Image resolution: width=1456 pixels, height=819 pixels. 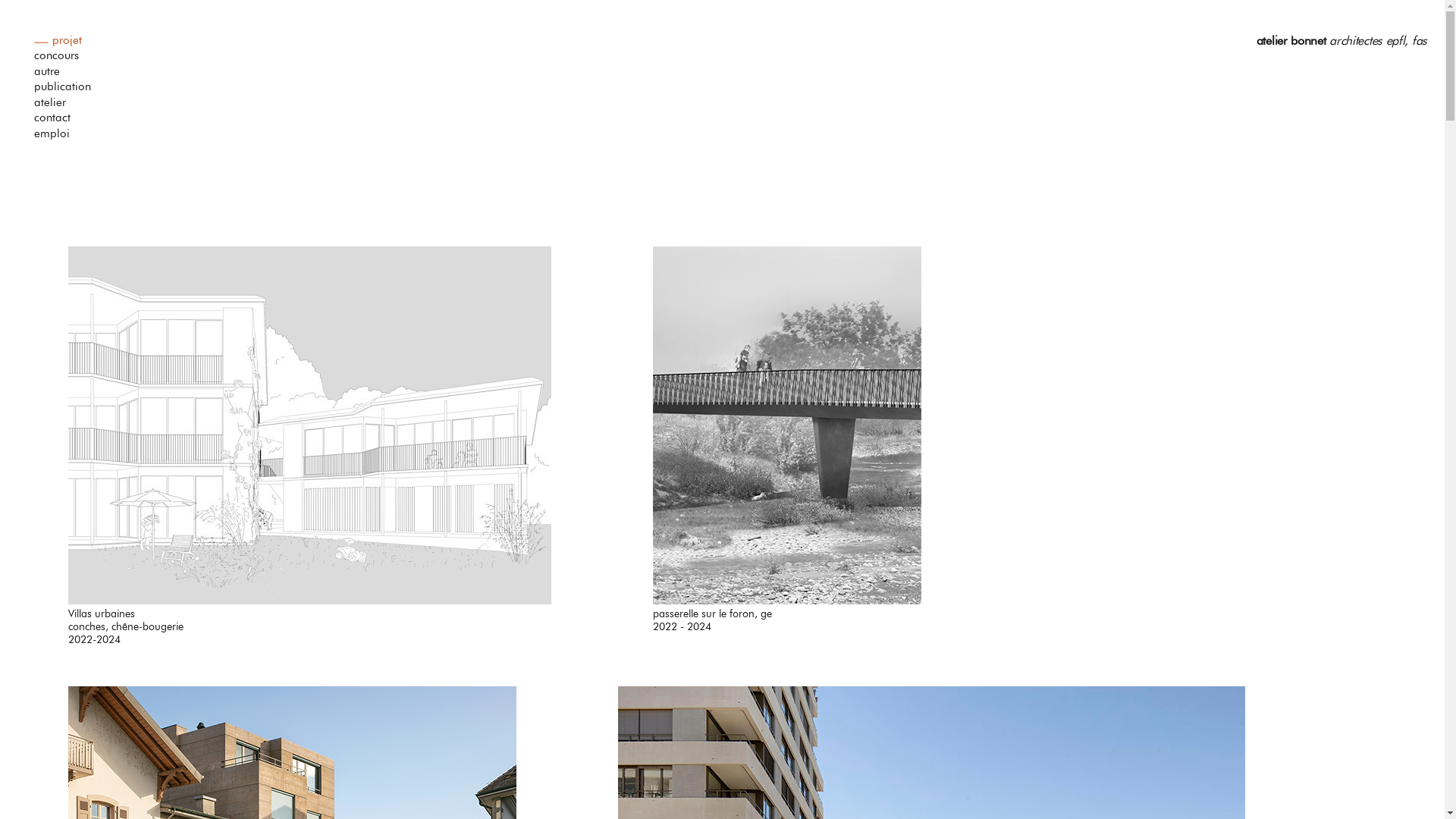 What do you see at coordinates (80, 40) in the screenshot?
I see `'projet'` at bounding box center [80, 40].